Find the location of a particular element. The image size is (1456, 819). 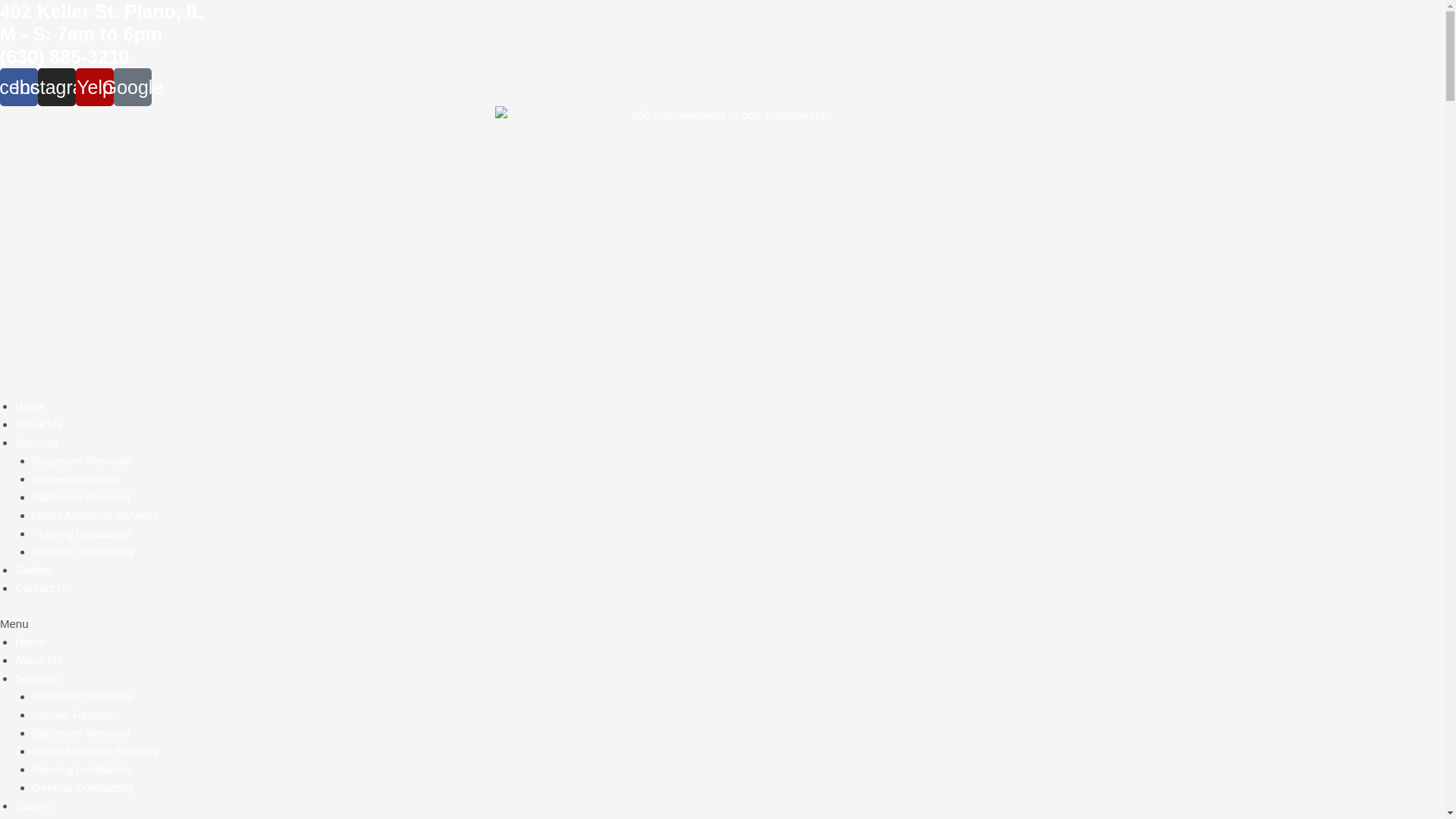

'About Us' is located at coordinates (14, 659).